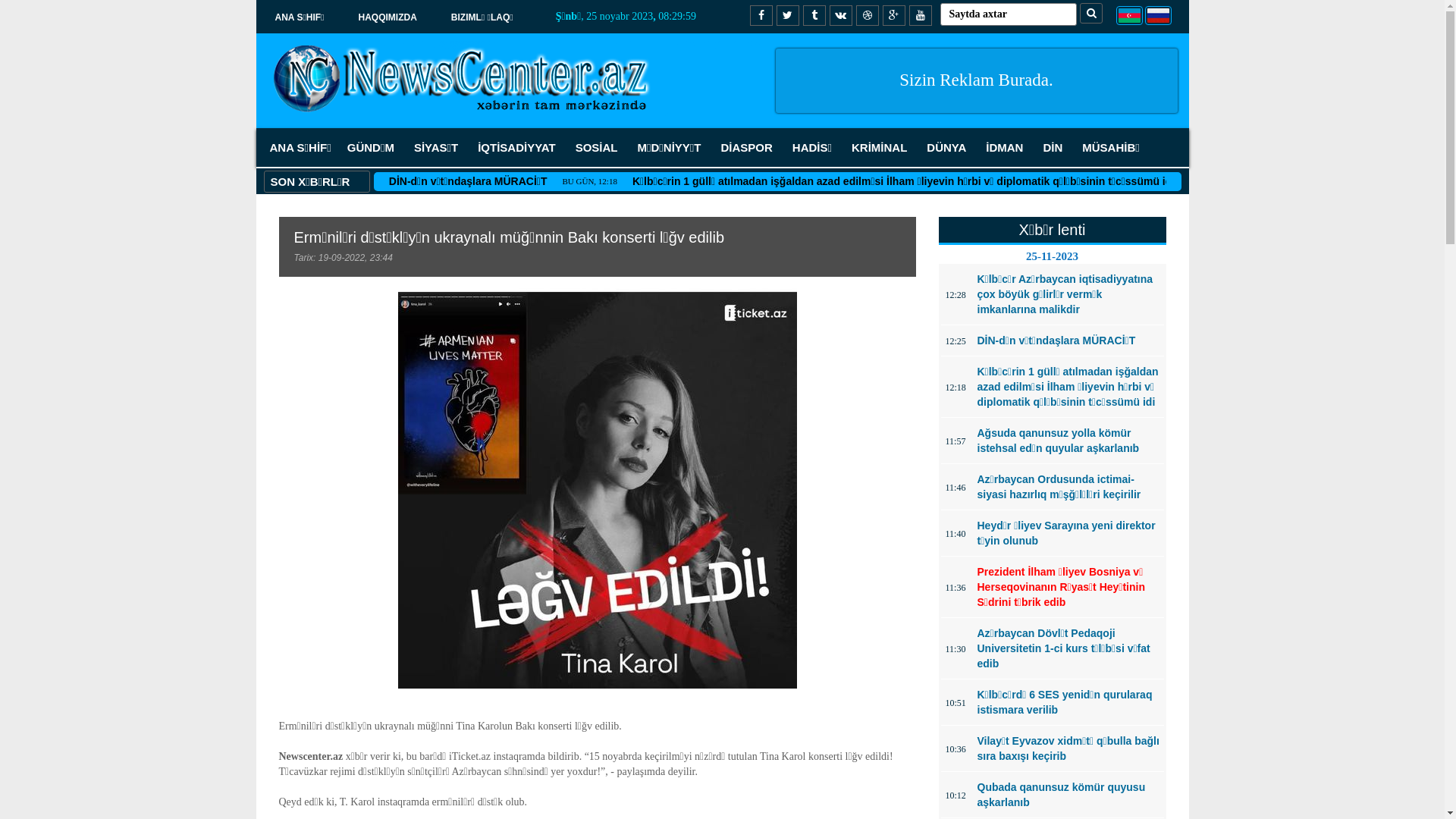 The width and height of the screenshot is (1456, 819). What do you see at coordinates (387, 17) in the screenshot?
I see `'HAQQIMIZDA'` at bounding box center [387, 17].